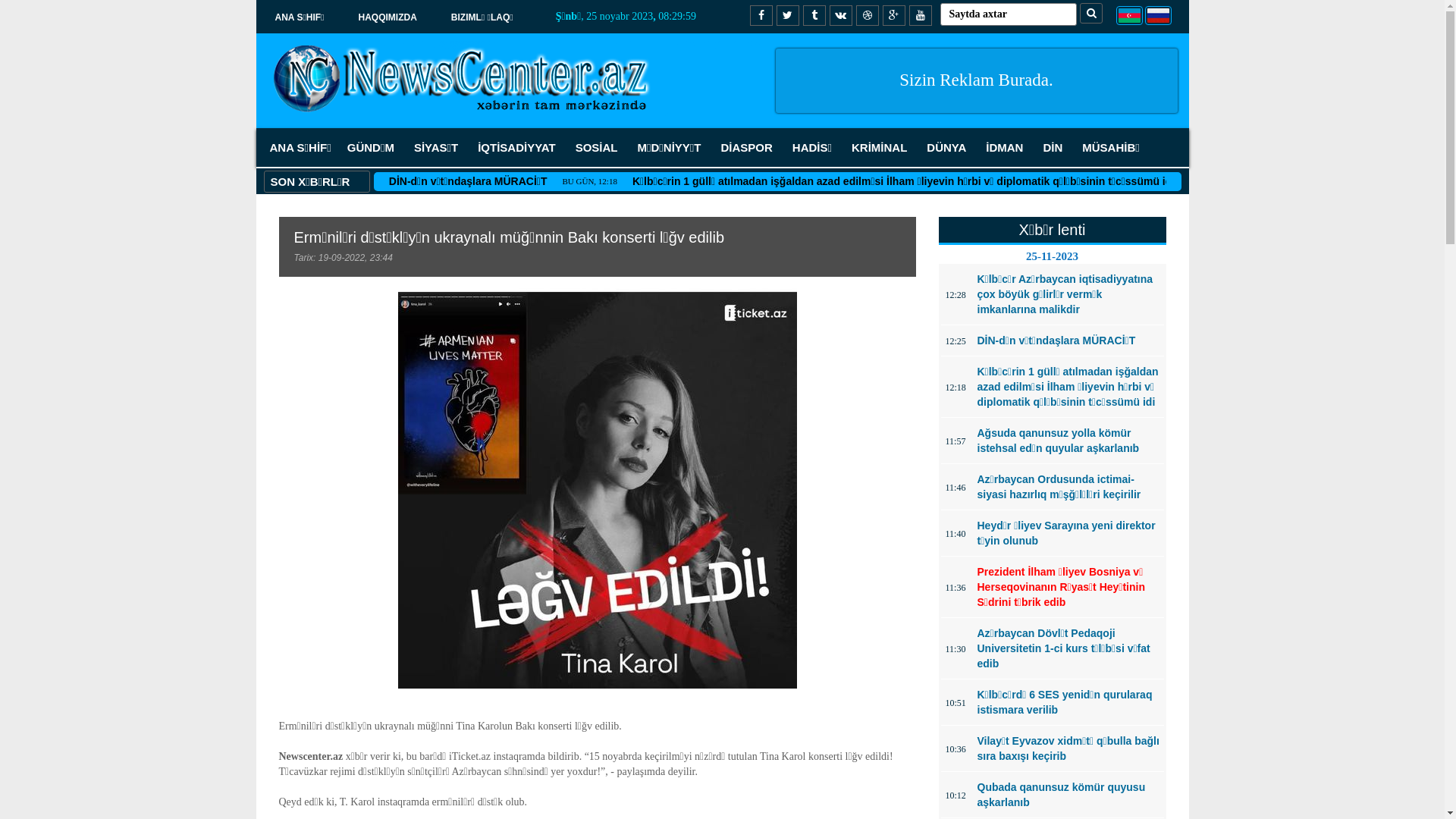 The width and height of the screenshot is (1456, 819). What do you see at coordinates (387, 17) in the screenshot?
I see `'HAQQIMIZDA'` at bounding box center [387, 17].